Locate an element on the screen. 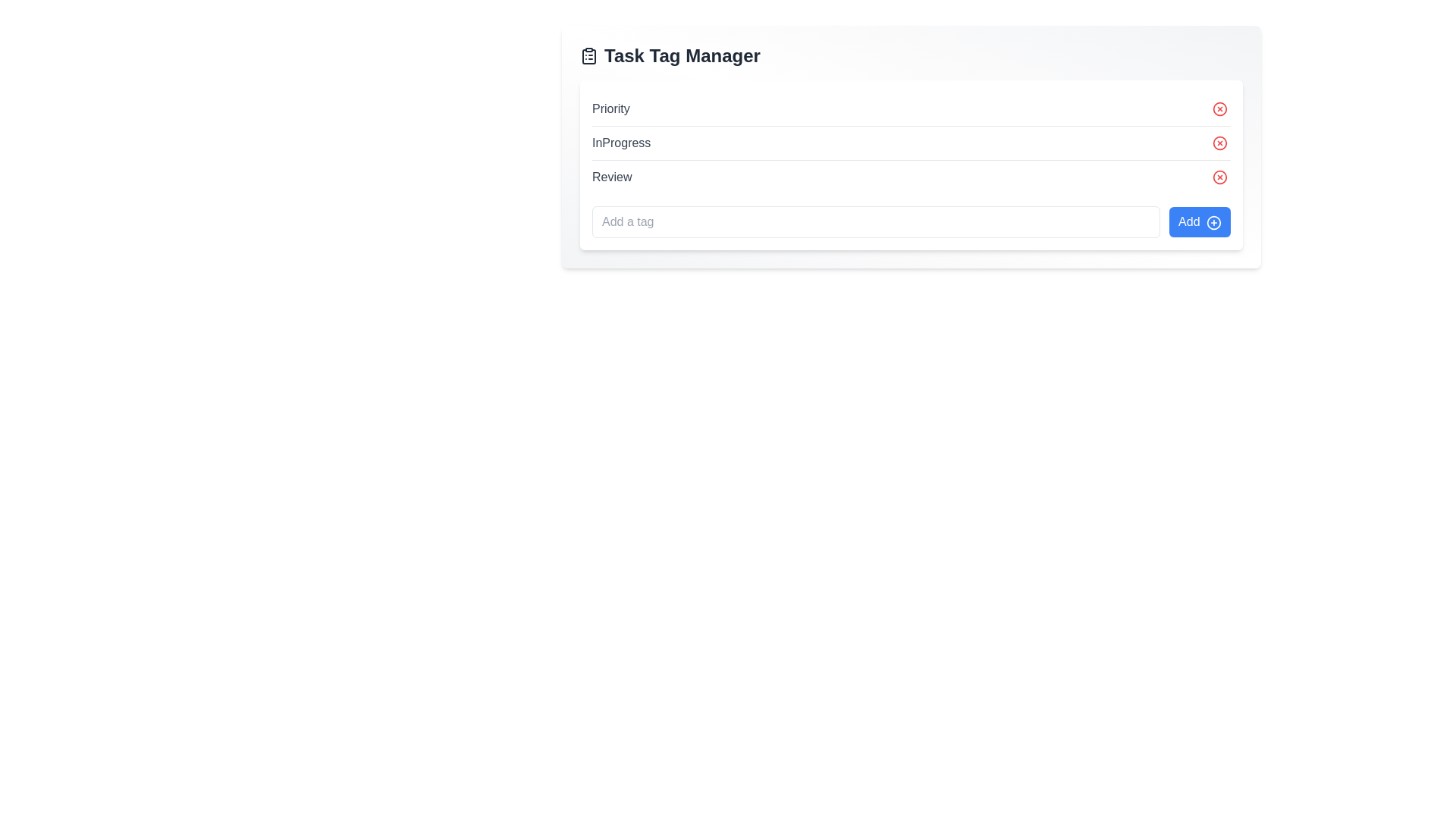  the text label displaying 'InProgress' which is located beneath 'Priority' and above 'Review' in a vertical list of labels is located at coordinates (621, 143).